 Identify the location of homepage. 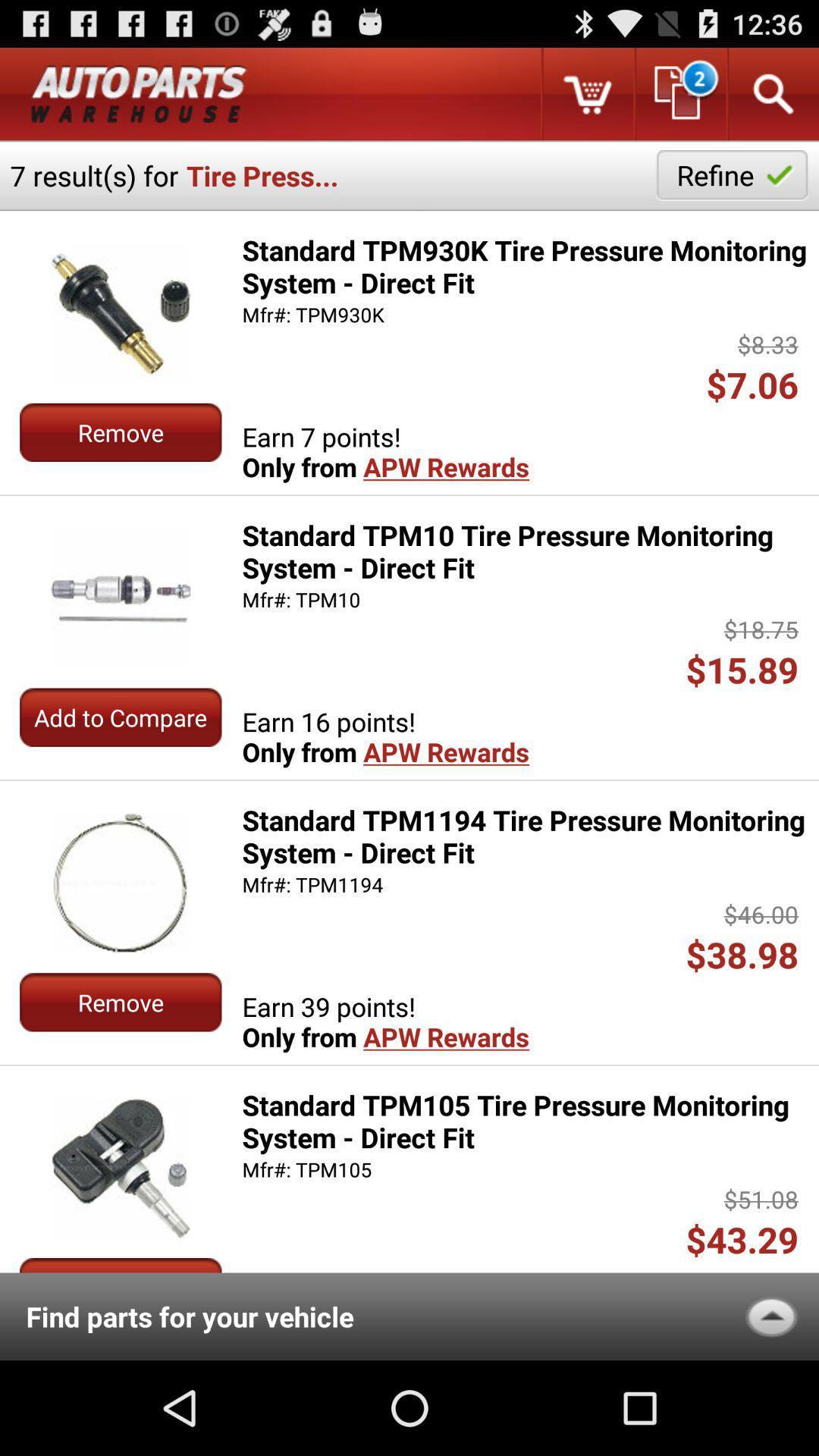
(139, 93).